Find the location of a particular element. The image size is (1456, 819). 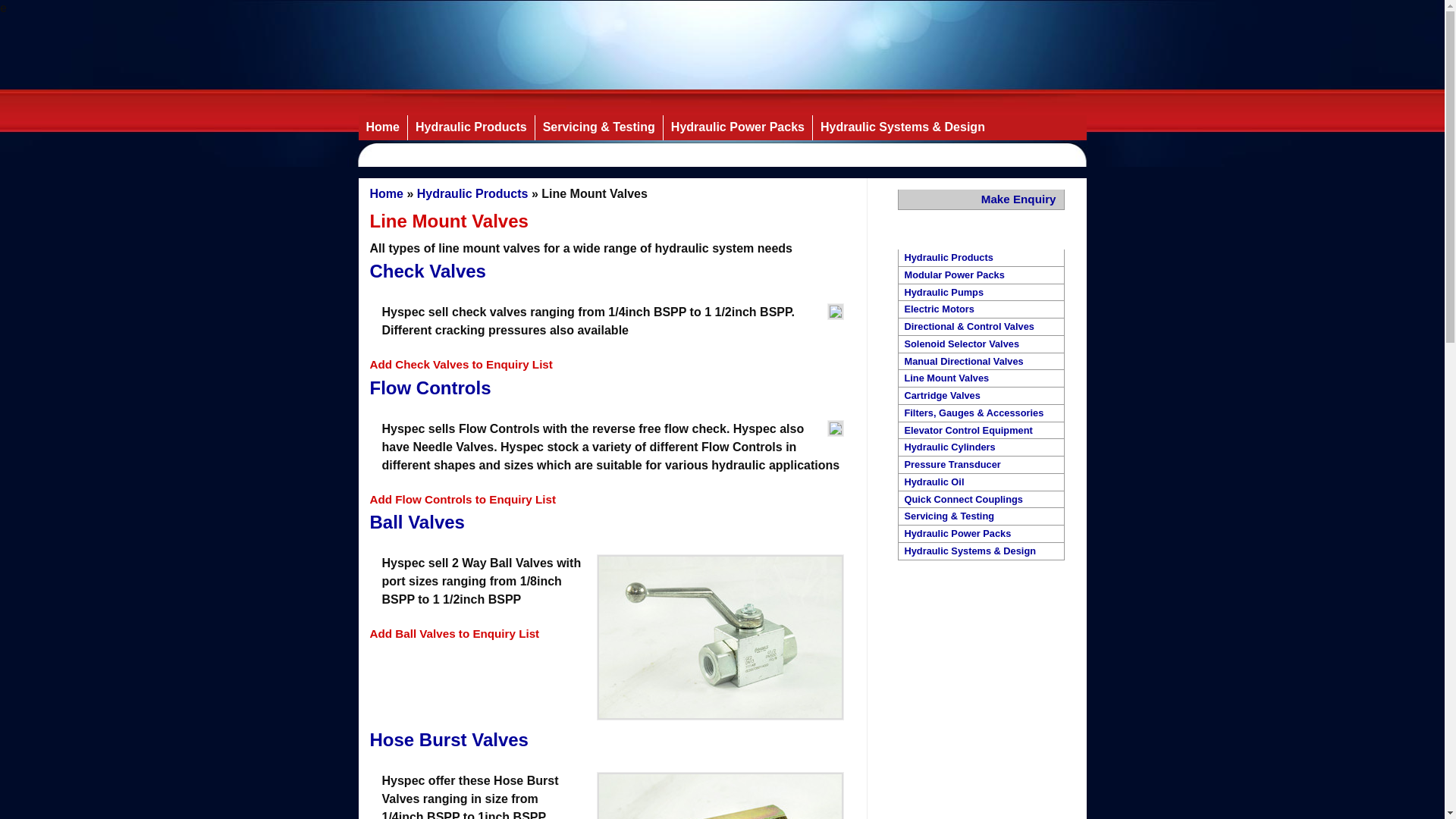

'Quick Connect Couplings' is located at coordinates (980, 500).